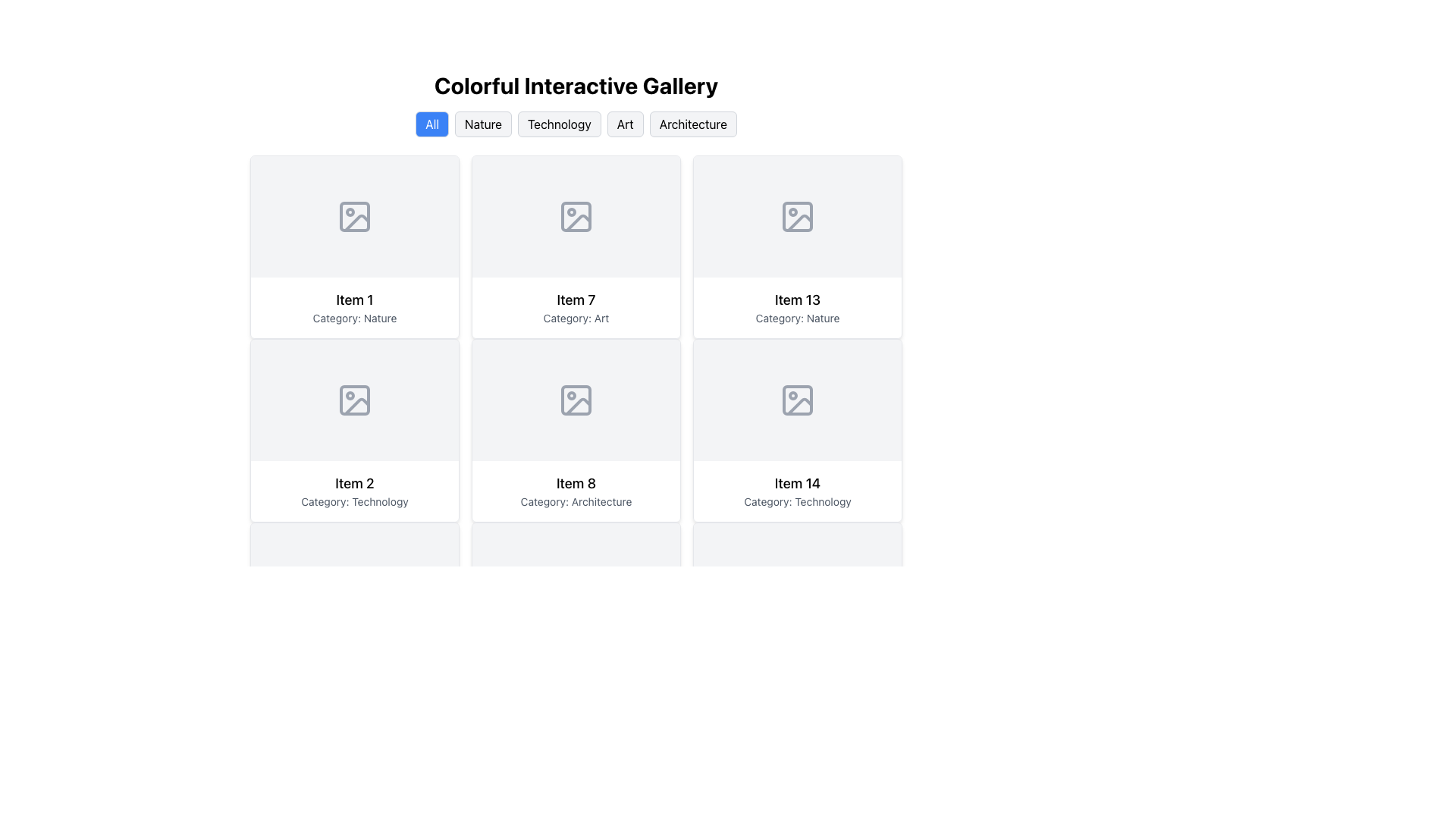 This screenshot has width=1456, height=819. What do you see at coordinates (353, 216) in the screenshot?
I see `the decorative rectangle with rounded corners, styled in soft gray, located in the upper-left corner of 'Item 1' under 'Nature'` at bounding box center [353, 216].